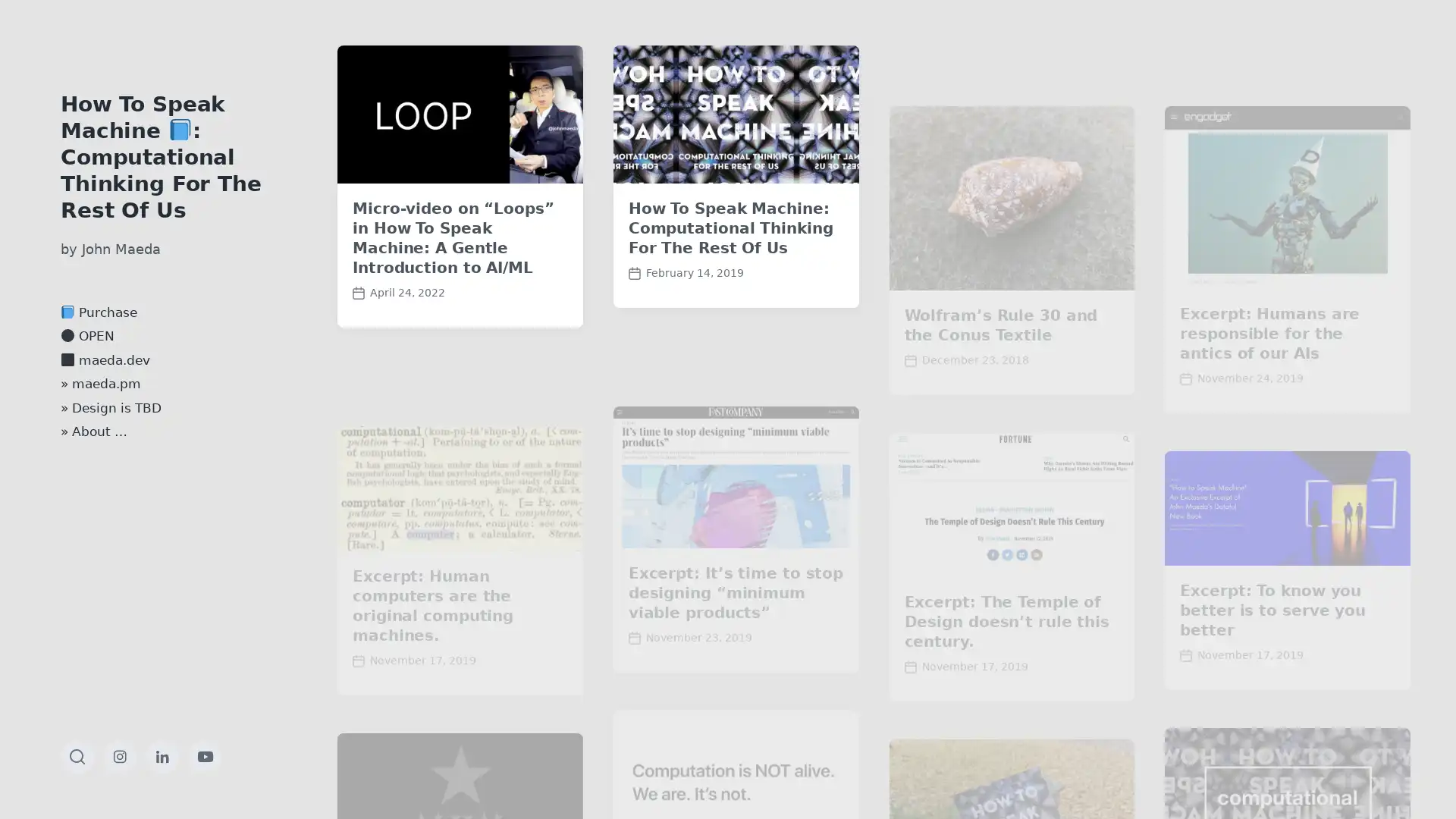 This screenshot has height=819, width=1456. I want to click on Toggle the search field, so click(76, 757).